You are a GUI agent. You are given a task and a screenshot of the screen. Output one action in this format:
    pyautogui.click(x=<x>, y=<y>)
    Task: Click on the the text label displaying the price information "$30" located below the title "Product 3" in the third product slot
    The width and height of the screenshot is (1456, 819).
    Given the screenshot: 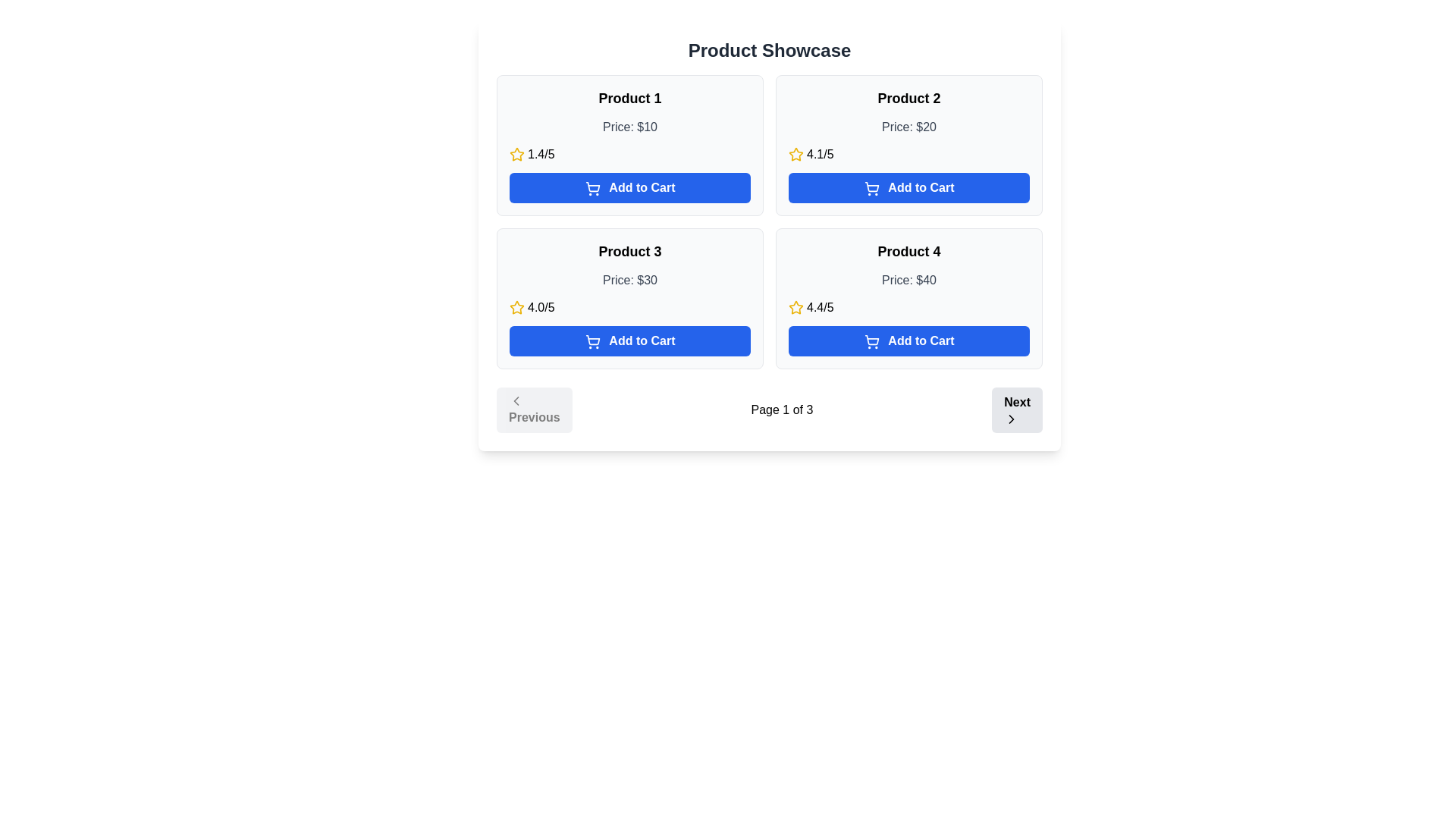 What is the action you would take?
    pyautogui.click(x=629, y=281)
    